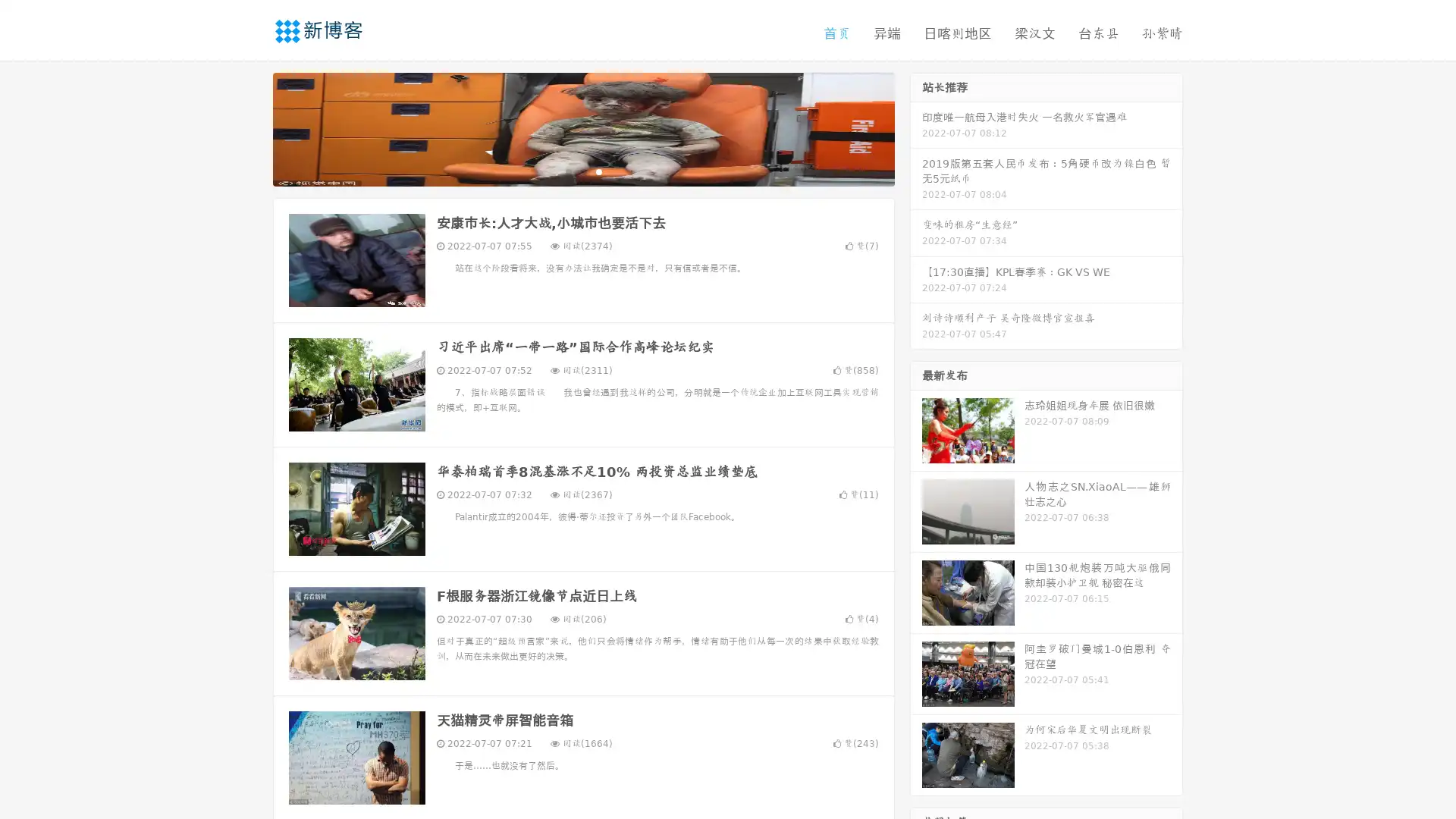 This screenshot has width=1456, height=819. I want to click on Next slide, so click(916, 127).